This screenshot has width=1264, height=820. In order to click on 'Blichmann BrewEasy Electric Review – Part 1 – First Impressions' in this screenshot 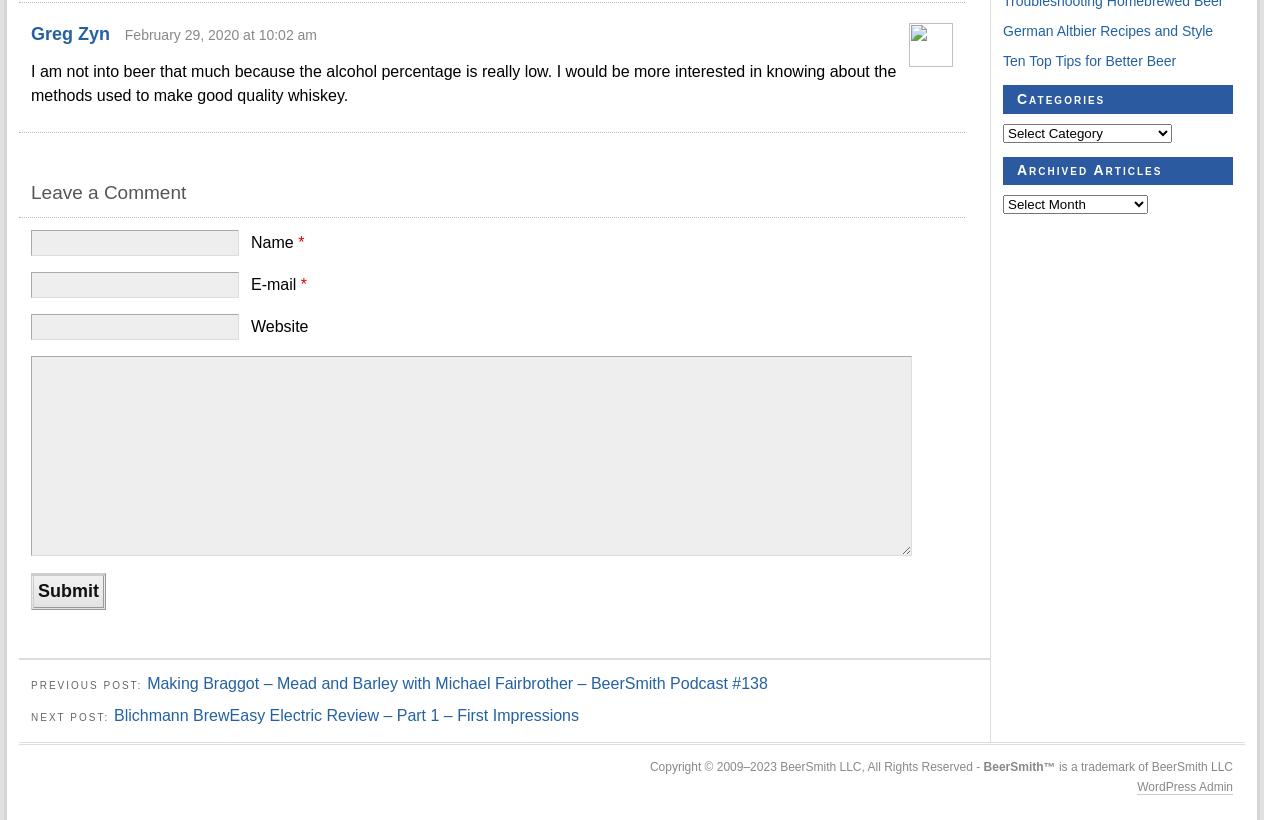, I will do `click(112, 714)`.